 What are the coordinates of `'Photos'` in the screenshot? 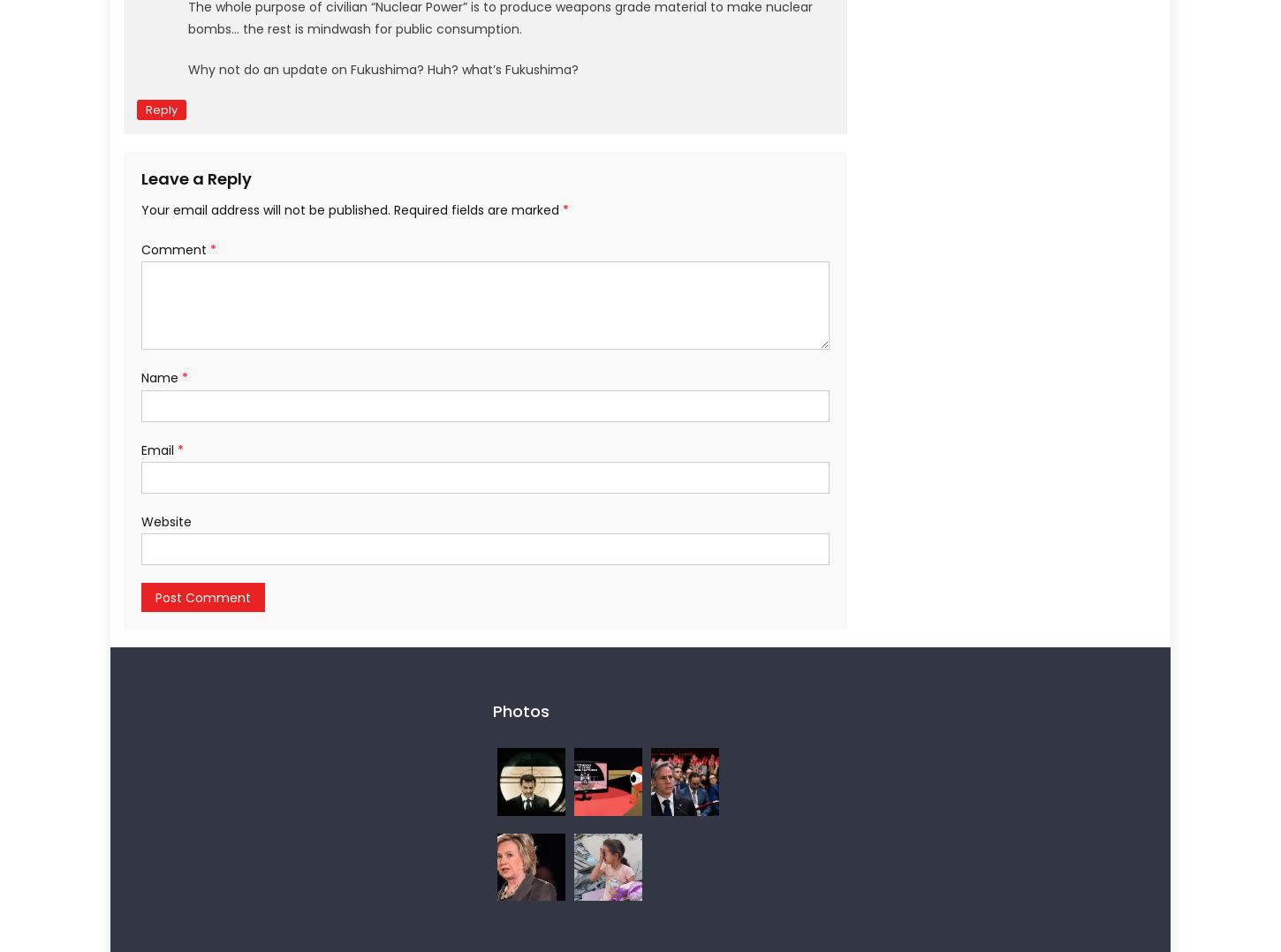 It's located at (521, 709).